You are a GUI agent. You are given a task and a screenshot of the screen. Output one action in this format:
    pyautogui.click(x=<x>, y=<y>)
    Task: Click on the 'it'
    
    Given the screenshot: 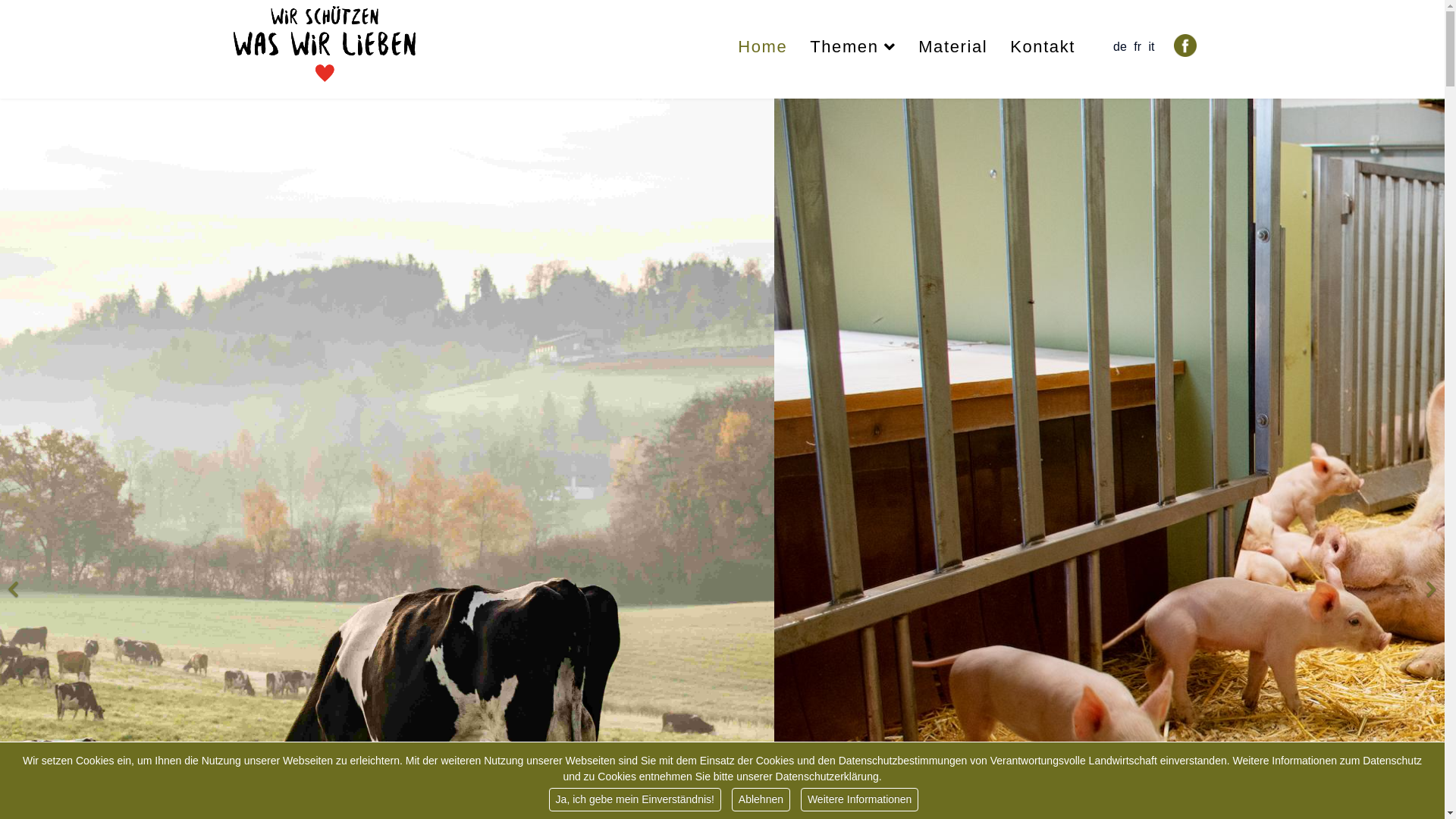 What is the action you would take?
    pyautogui.click(x=1147, y=45)
    